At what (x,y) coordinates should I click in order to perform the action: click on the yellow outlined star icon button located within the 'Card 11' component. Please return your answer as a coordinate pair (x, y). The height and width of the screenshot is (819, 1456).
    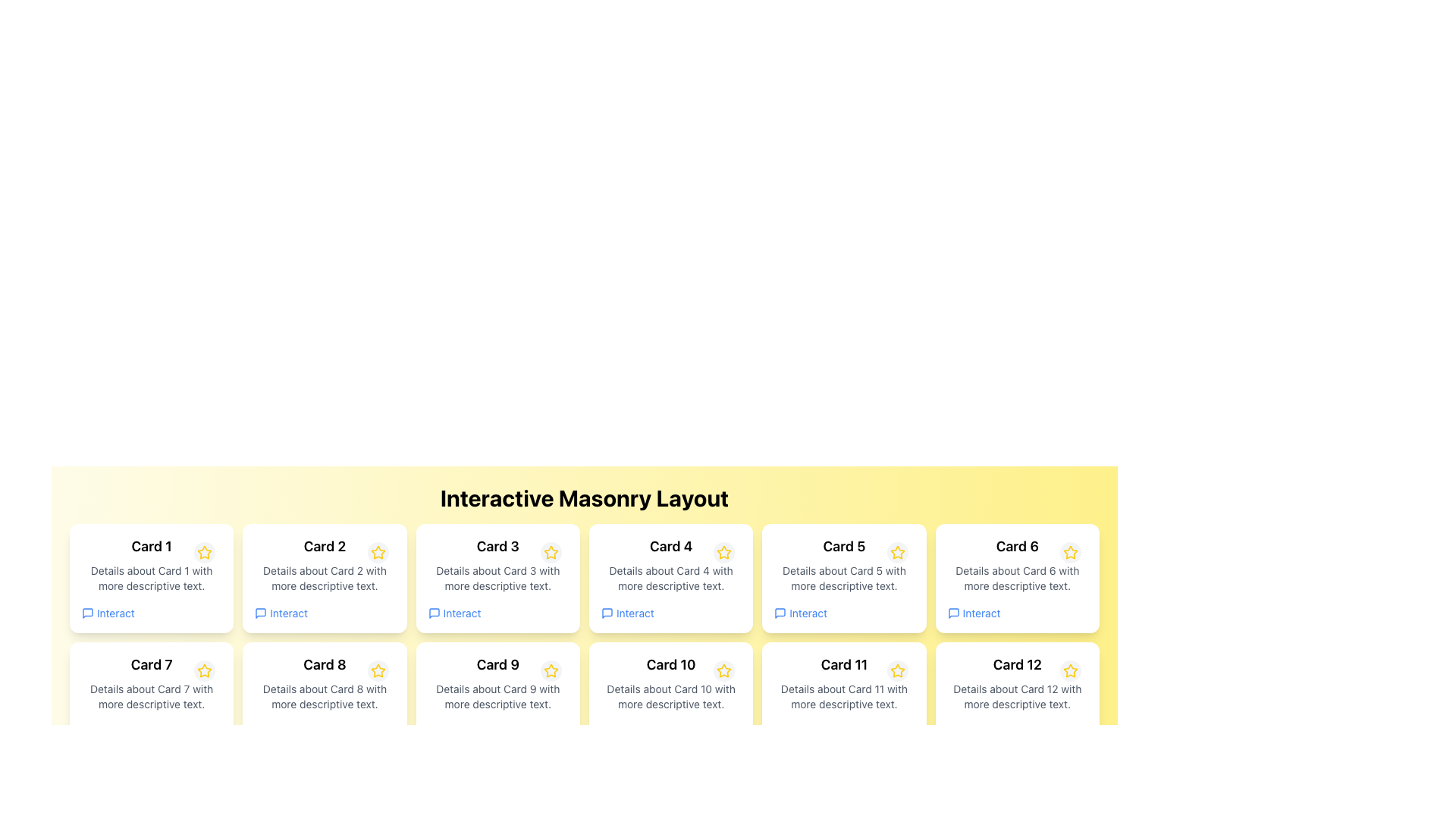
    Looking at the image, I should click on (897, 670).